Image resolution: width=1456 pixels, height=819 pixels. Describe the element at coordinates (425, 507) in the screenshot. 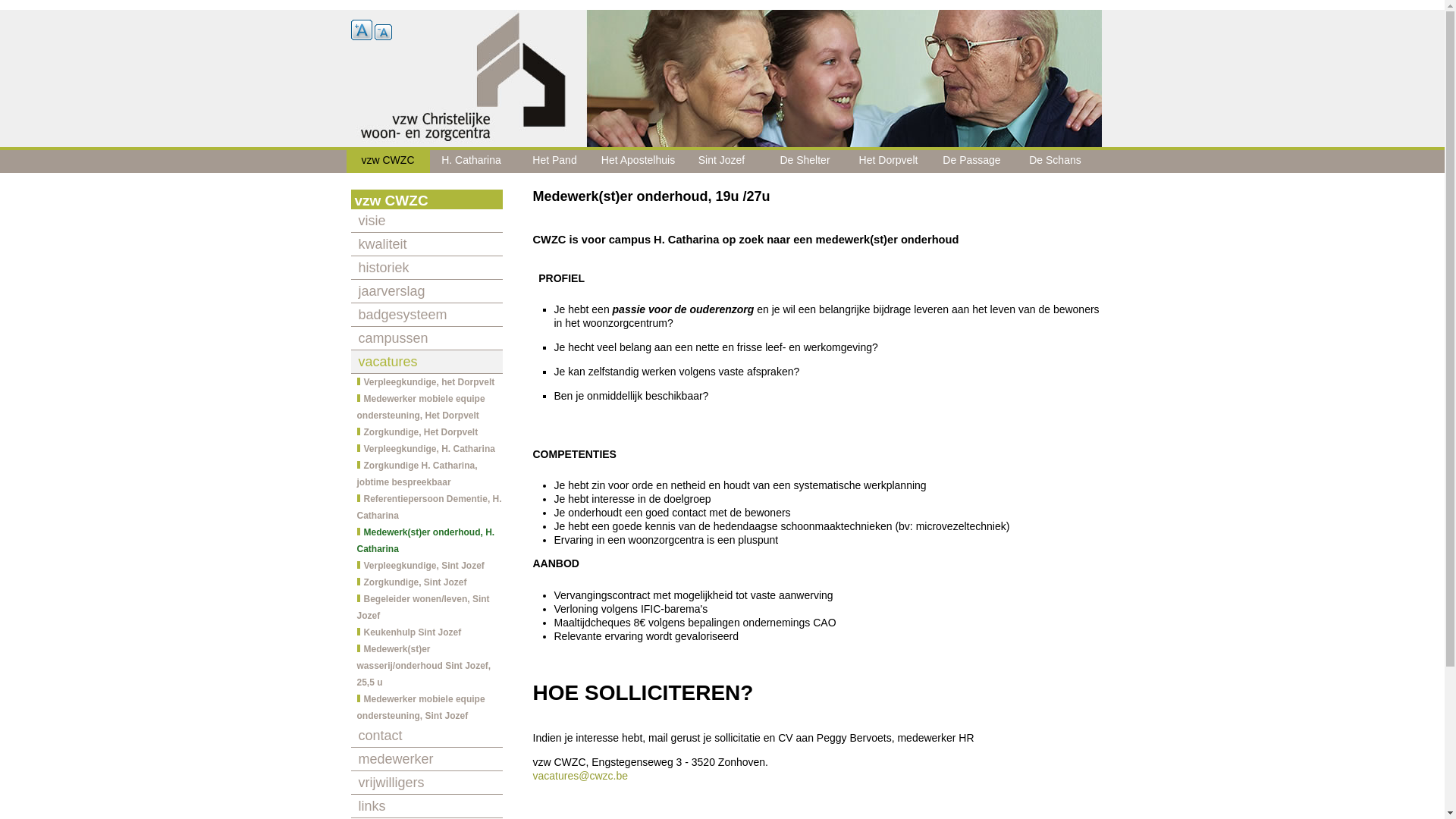

I see `'Referentiepersoon Dementie, H. Catharina'` at that location.